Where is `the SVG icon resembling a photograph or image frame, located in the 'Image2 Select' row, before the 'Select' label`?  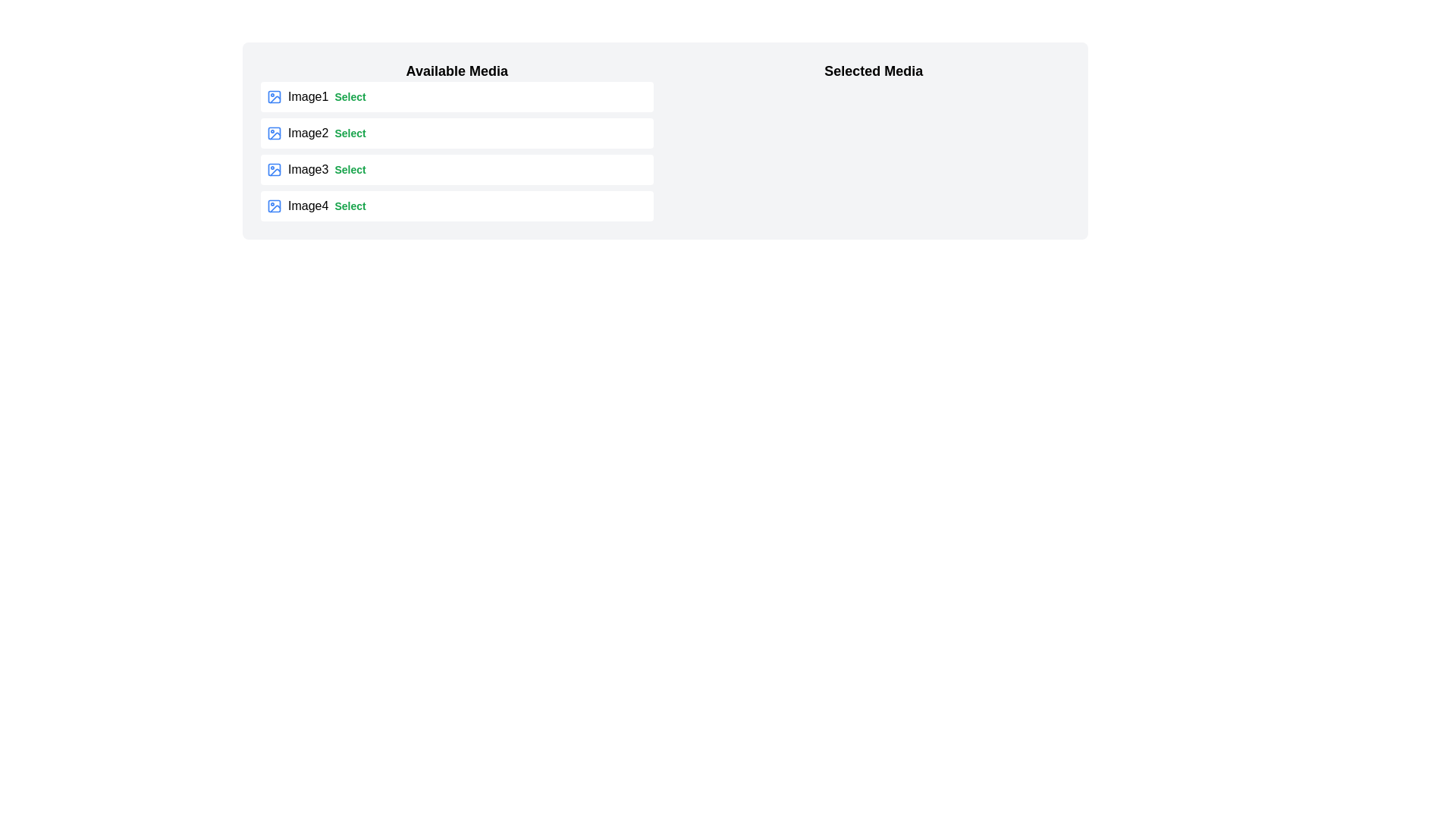 the SVG icon resembling a photograph or image frame, located in the 'Image2 Select' row, before the 'Select' label is located at coordinates (274, 133).